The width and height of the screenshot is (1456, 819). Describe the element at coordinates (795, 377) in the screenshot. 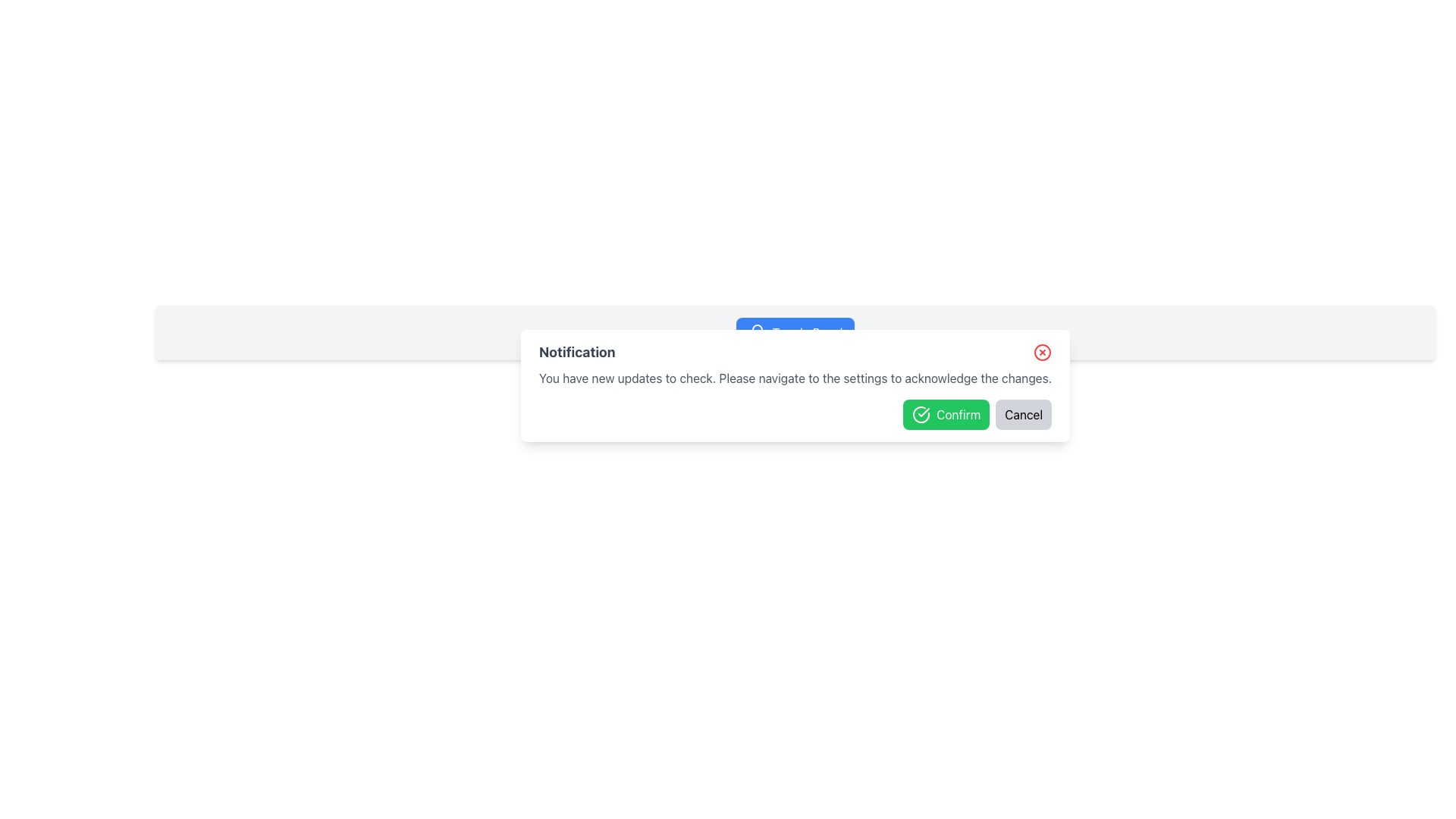

I see `informational text from the Static Text Content located in the notification dialog box, positioned below the 'Notification' title and above the 'Confirm' and 'Cancel' buttons` at that location.